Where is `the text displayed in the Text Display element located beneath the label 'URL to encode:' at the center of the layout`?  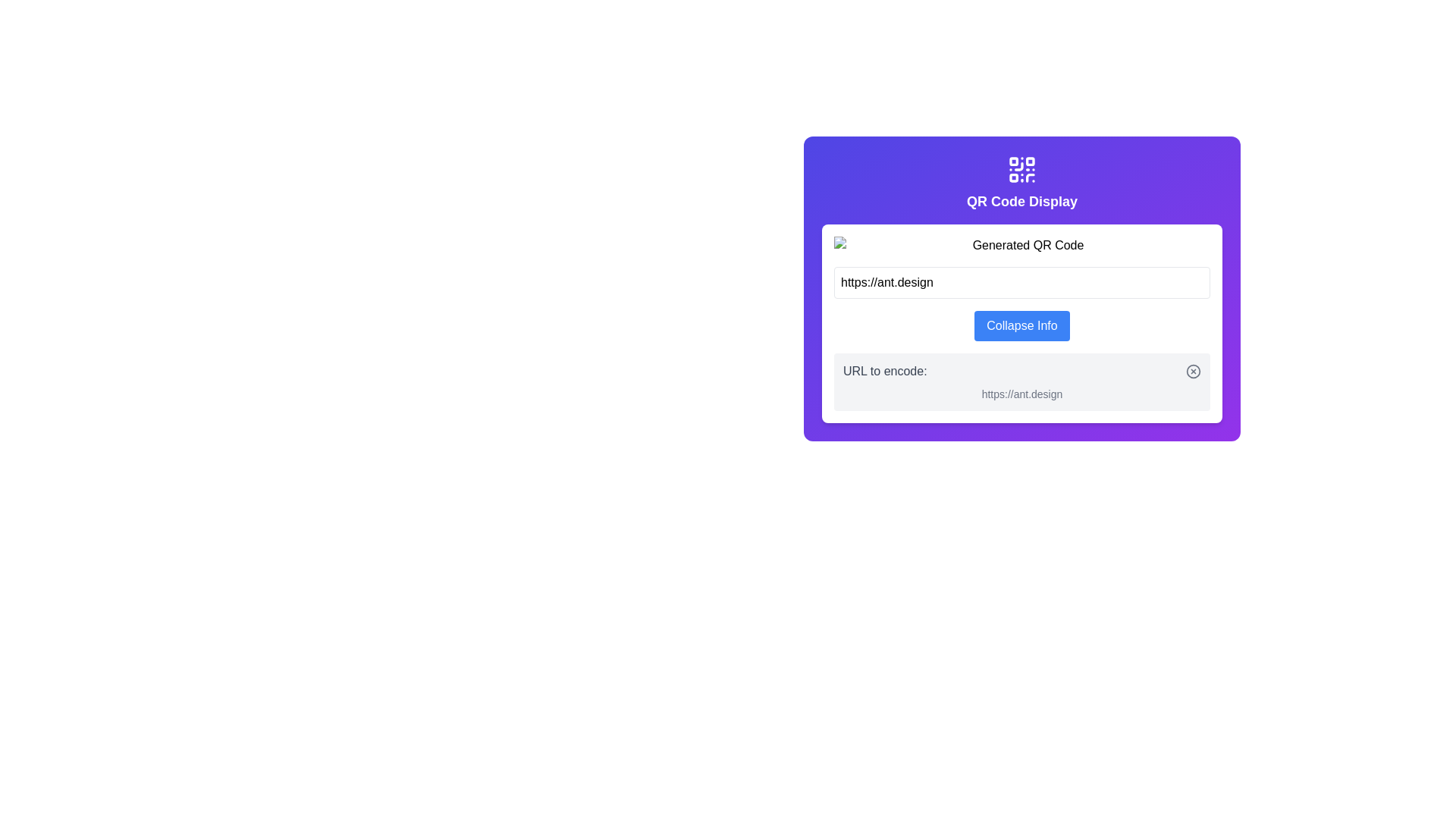
the text displayed in the Text Display element located beneath the label 'URL to encode:' at the center of the layout is located at coordinates (1022, 394).